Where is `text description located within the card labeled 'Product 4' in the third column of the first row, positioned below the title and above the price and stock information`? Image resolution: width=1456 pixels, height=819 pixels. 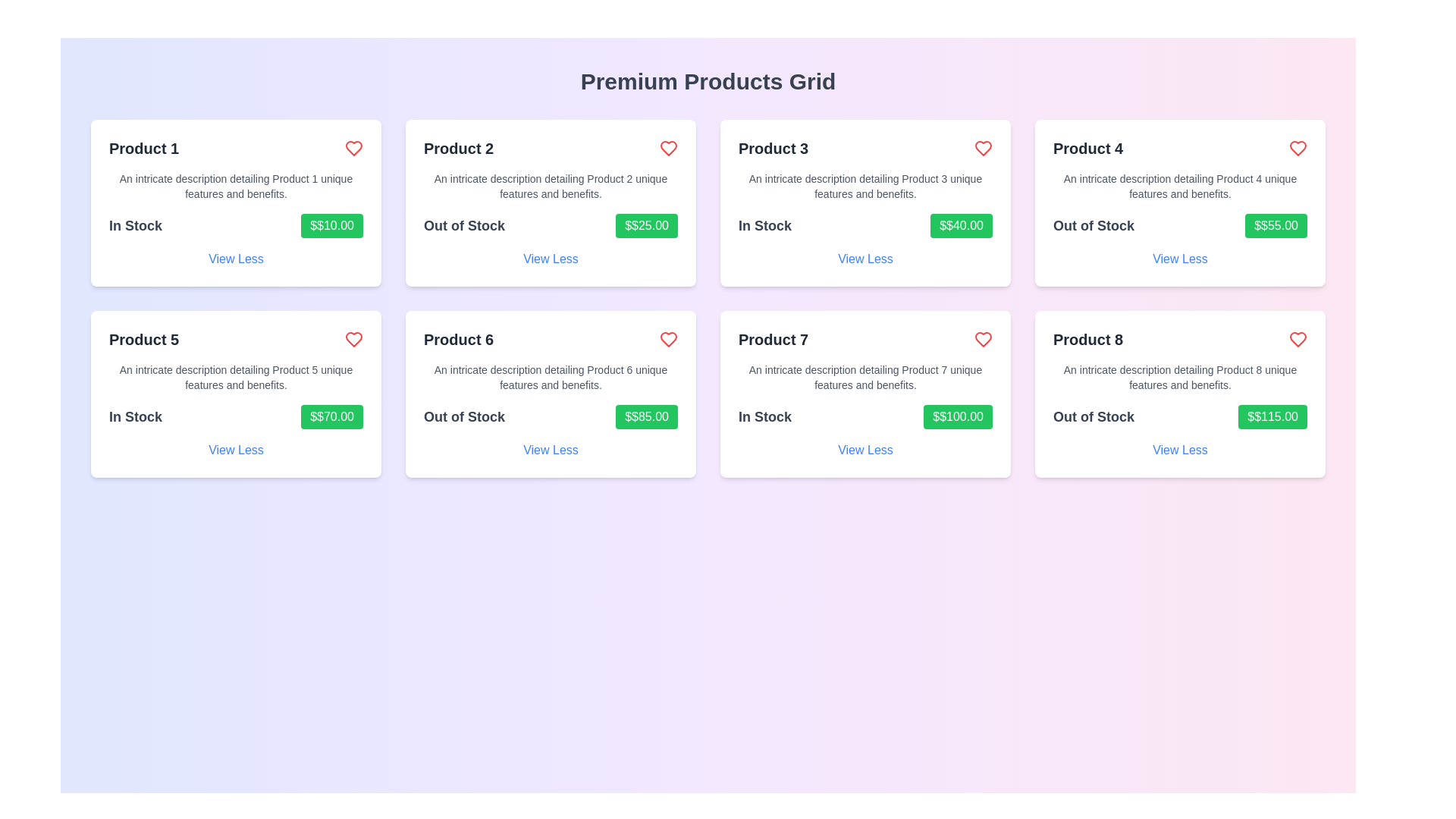 text description located within the card labeled 'Product 4' in the third column of the first row, positioned below the title and above the price and stock information is located at coordinates (1179, 186).